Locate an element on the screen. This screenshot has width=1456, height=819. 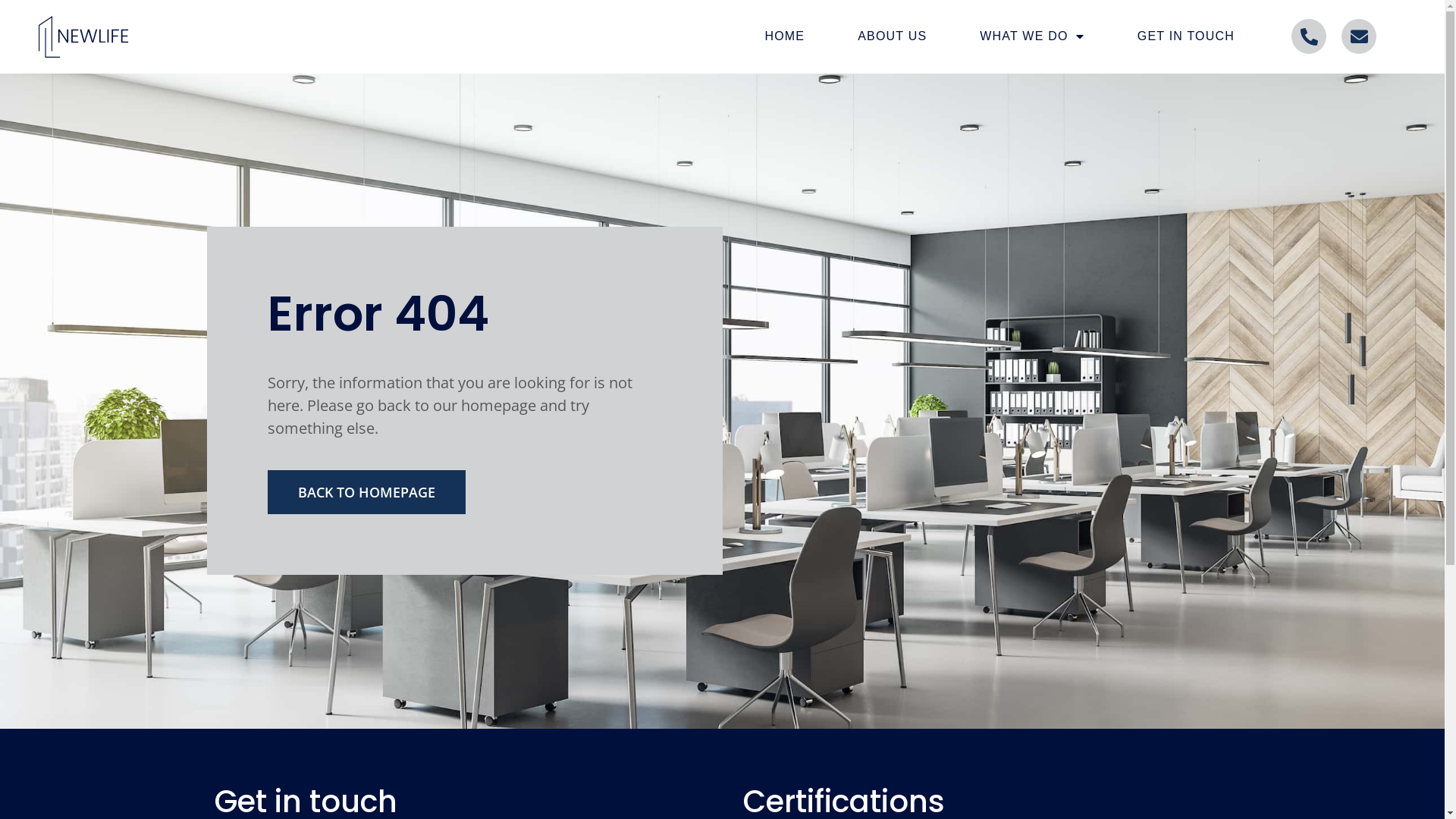
'BACK TO HOMEPAGE' is located at coordinates (366, 491).